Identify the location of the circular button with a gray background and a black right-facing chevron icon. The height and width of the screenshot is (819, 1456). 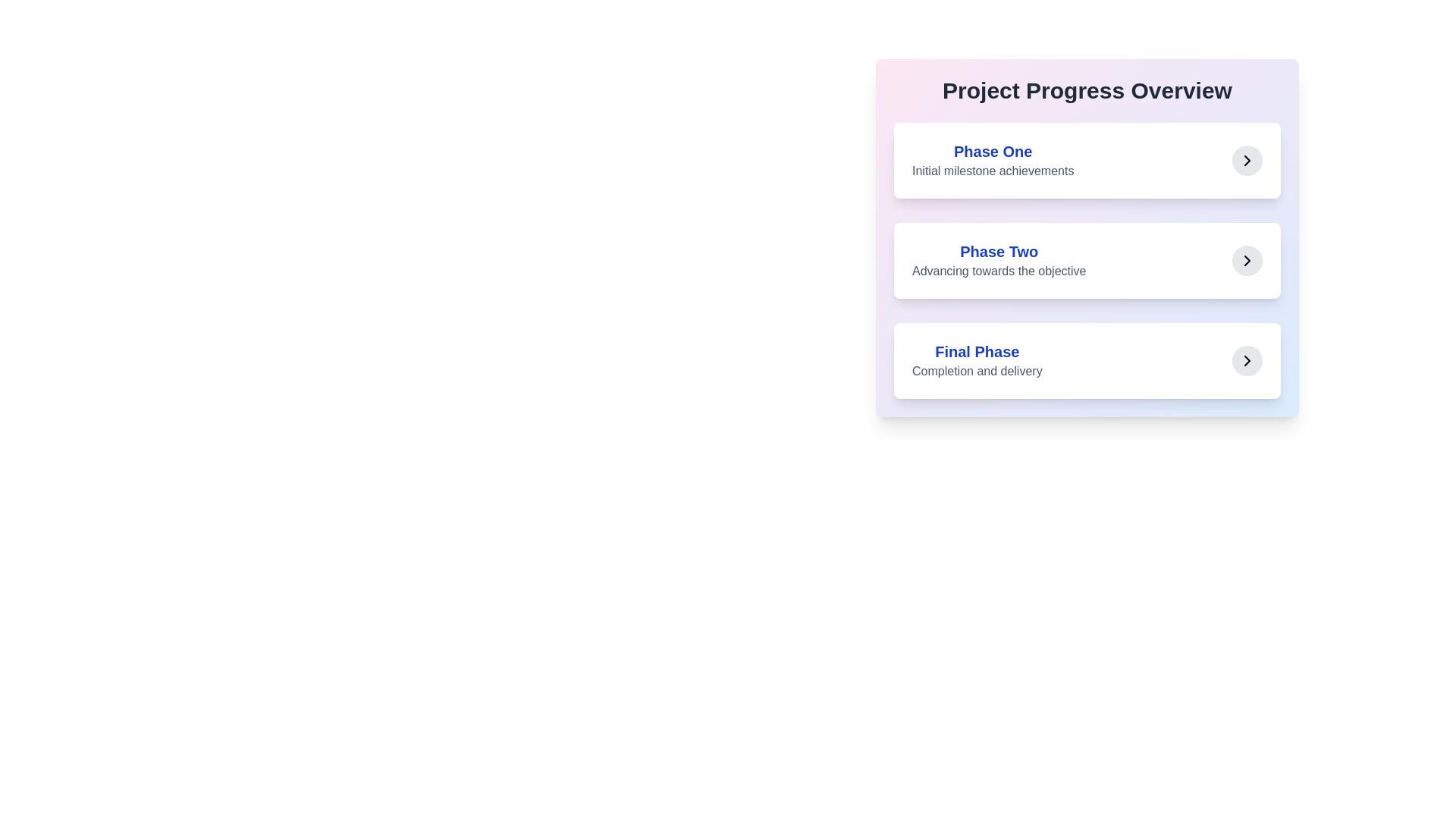
(1247, 161).